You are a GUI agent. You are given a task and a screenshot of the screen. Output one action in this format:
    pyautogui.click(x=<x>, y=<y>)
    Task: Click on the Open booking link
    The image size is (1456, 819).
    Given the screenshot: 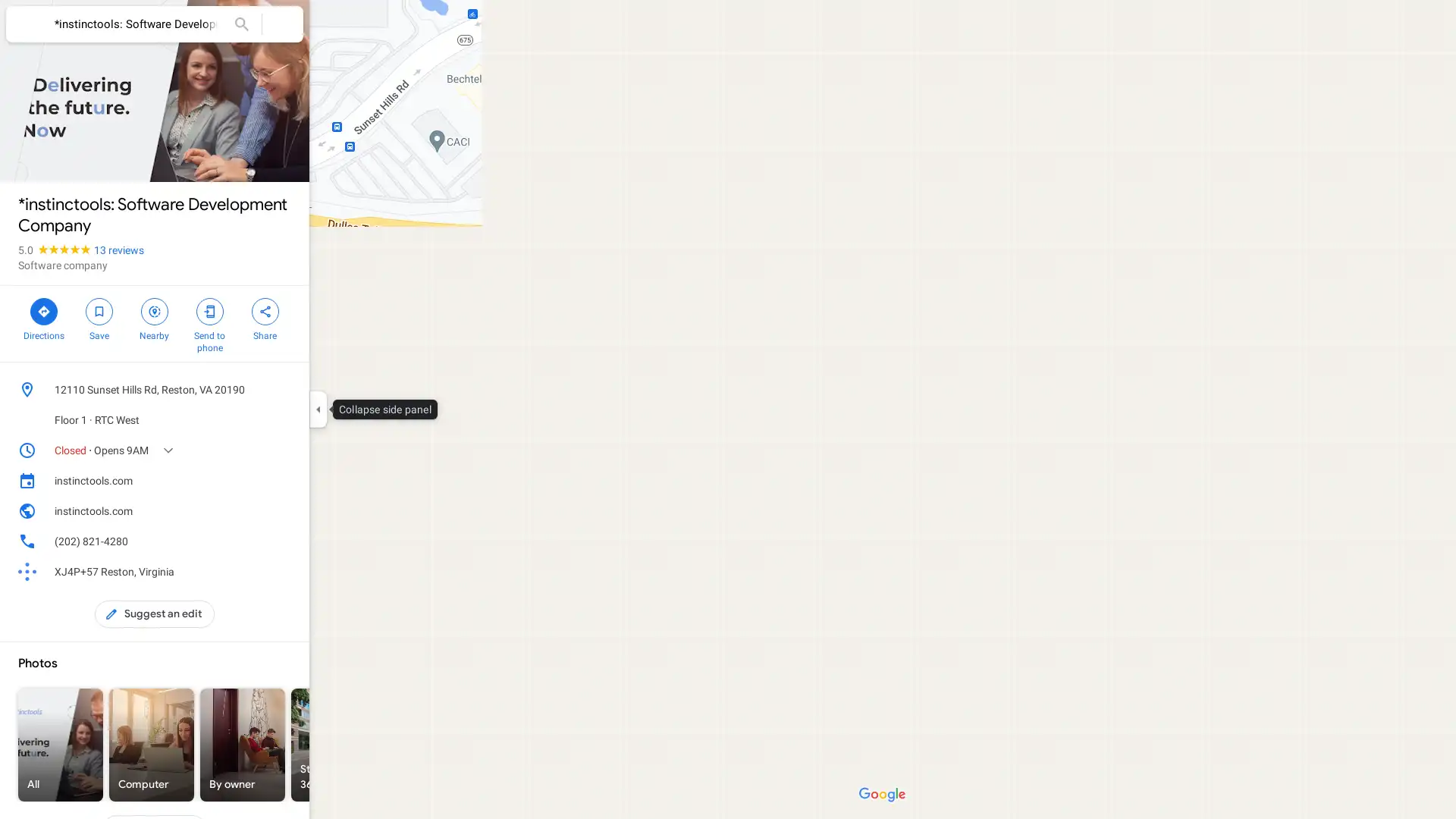 What is the action you would take?
    pyautogui.click(x=284, y=480)
    